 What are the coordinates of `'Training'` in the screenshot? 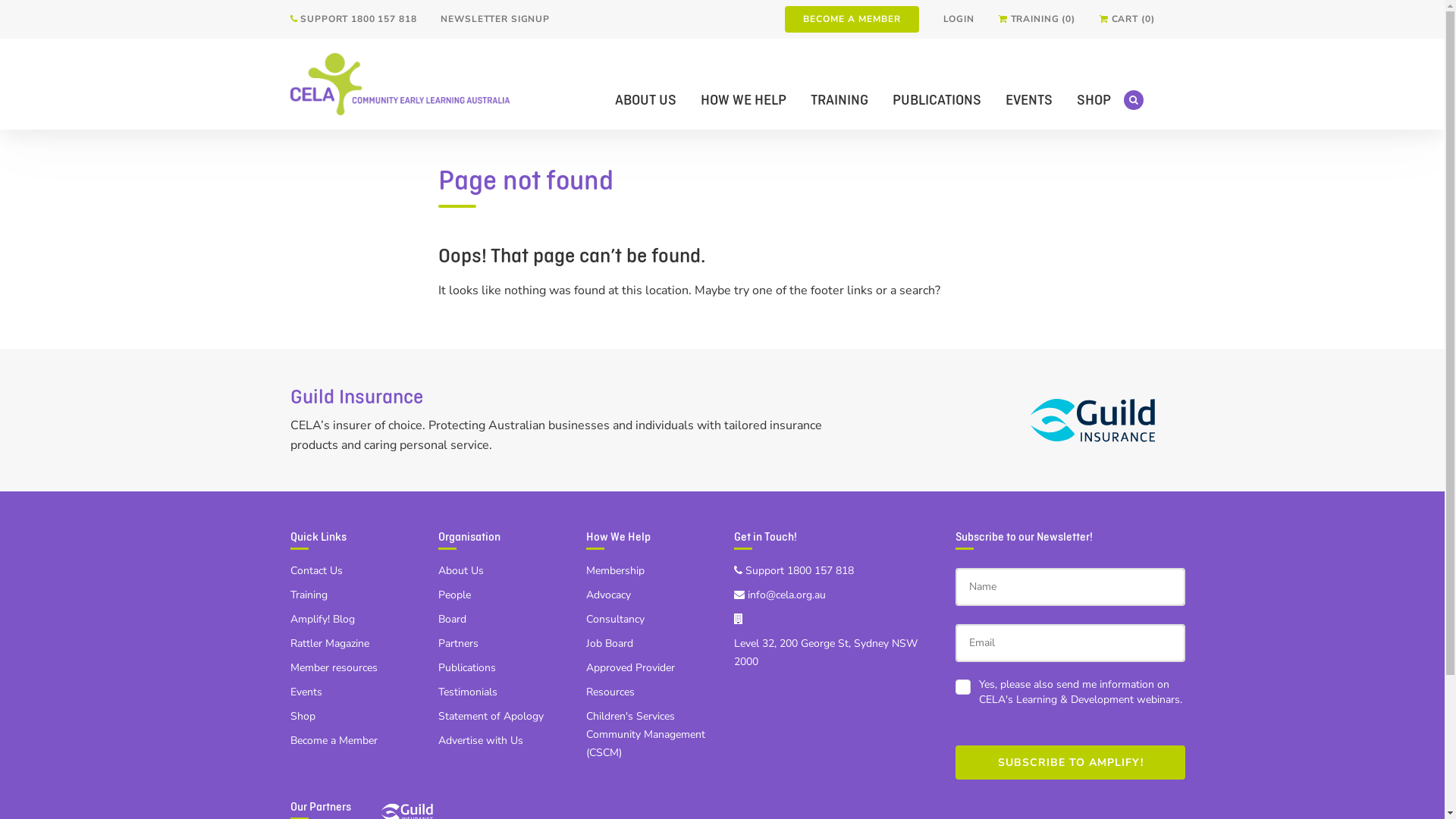 It's located at (307, 594).